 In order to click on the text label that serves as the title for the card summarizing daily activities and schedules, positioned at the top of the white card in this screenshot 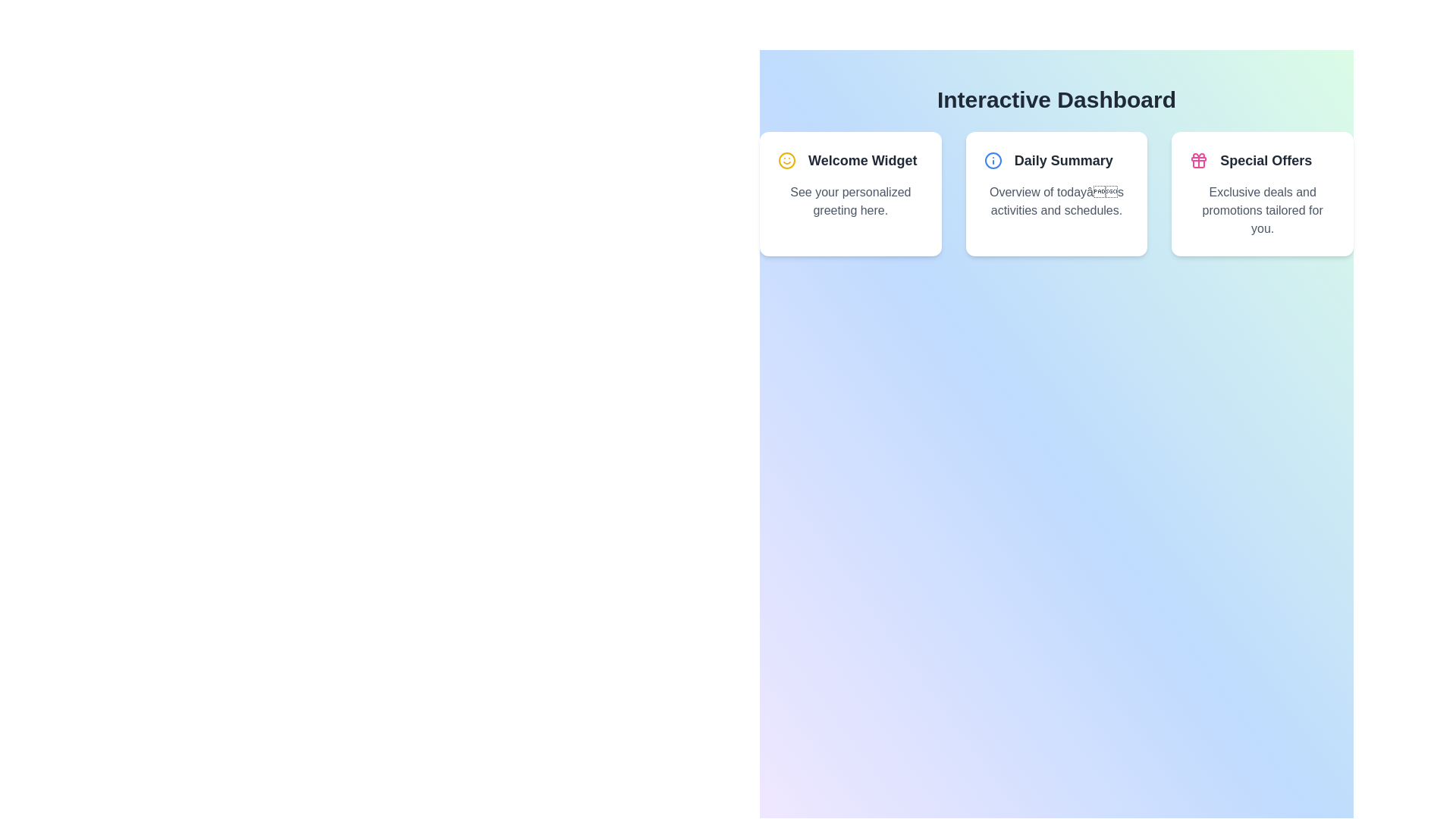, I will do `click(1056, 161)`.